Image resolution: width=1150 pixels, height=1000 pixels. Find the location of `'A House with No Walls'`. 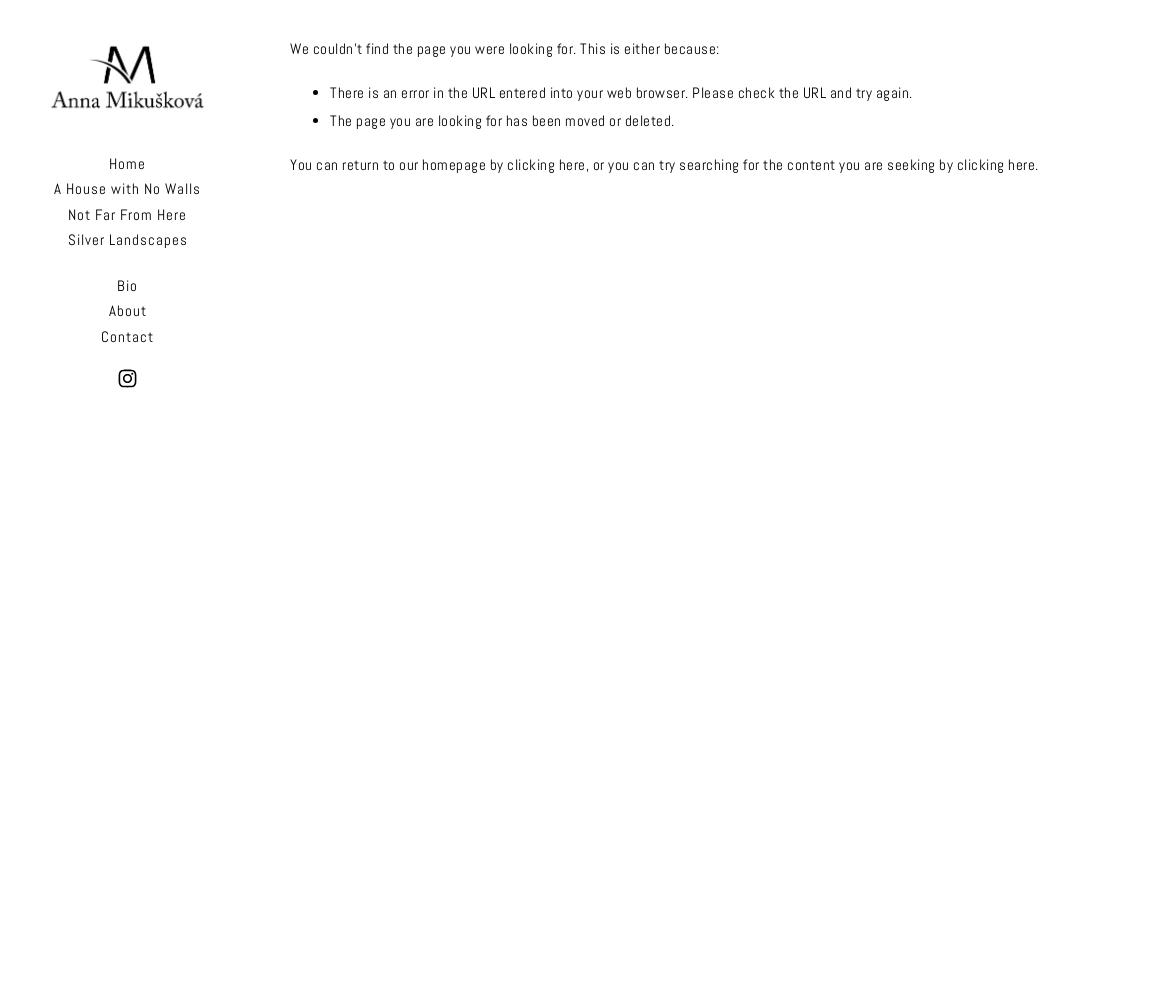

'A House with No Walls' is located at coordinates (126, 188).